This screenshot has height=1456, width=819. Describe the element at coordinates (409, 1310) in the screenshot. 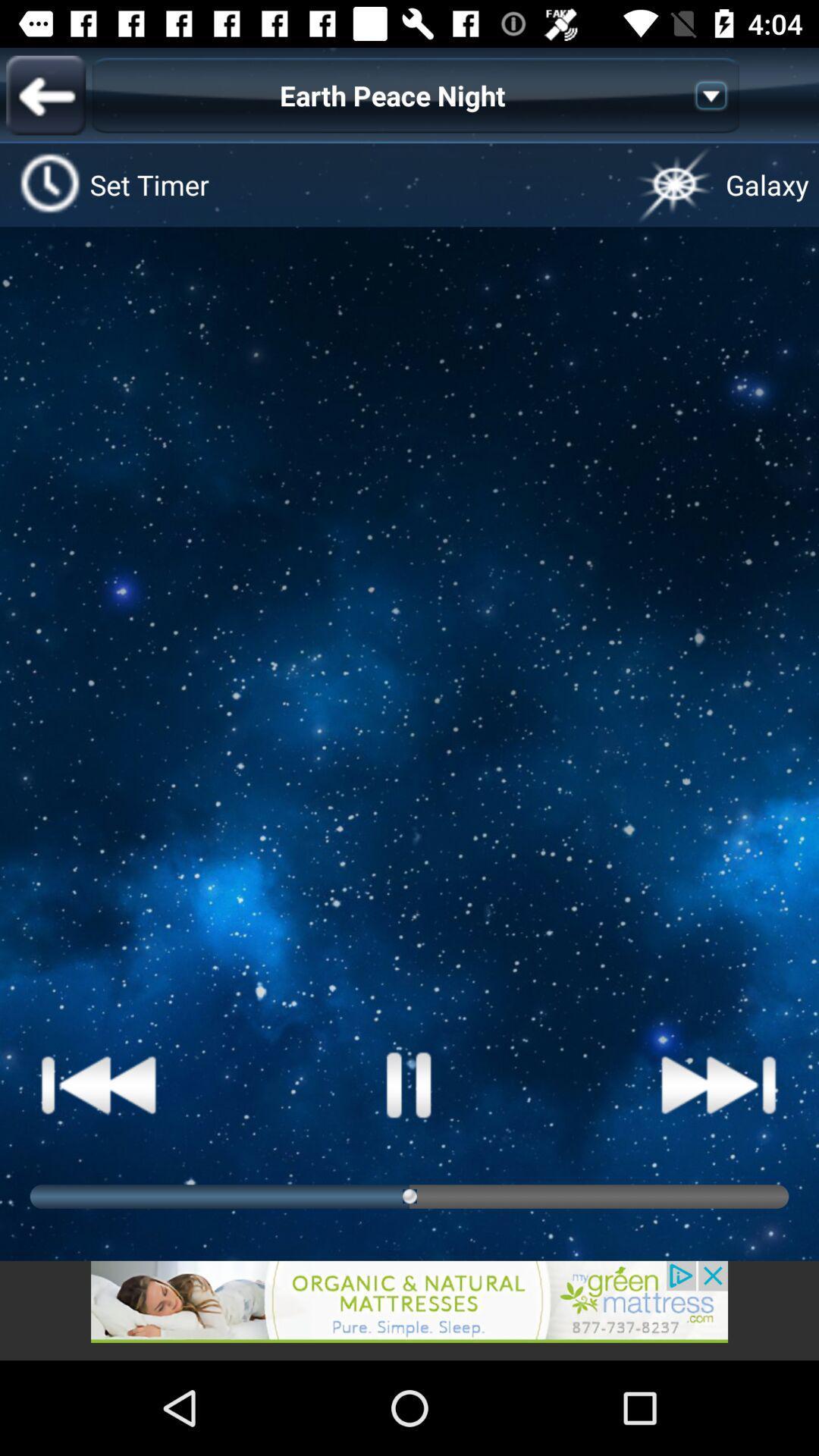

I see `advertisement page` at that location.